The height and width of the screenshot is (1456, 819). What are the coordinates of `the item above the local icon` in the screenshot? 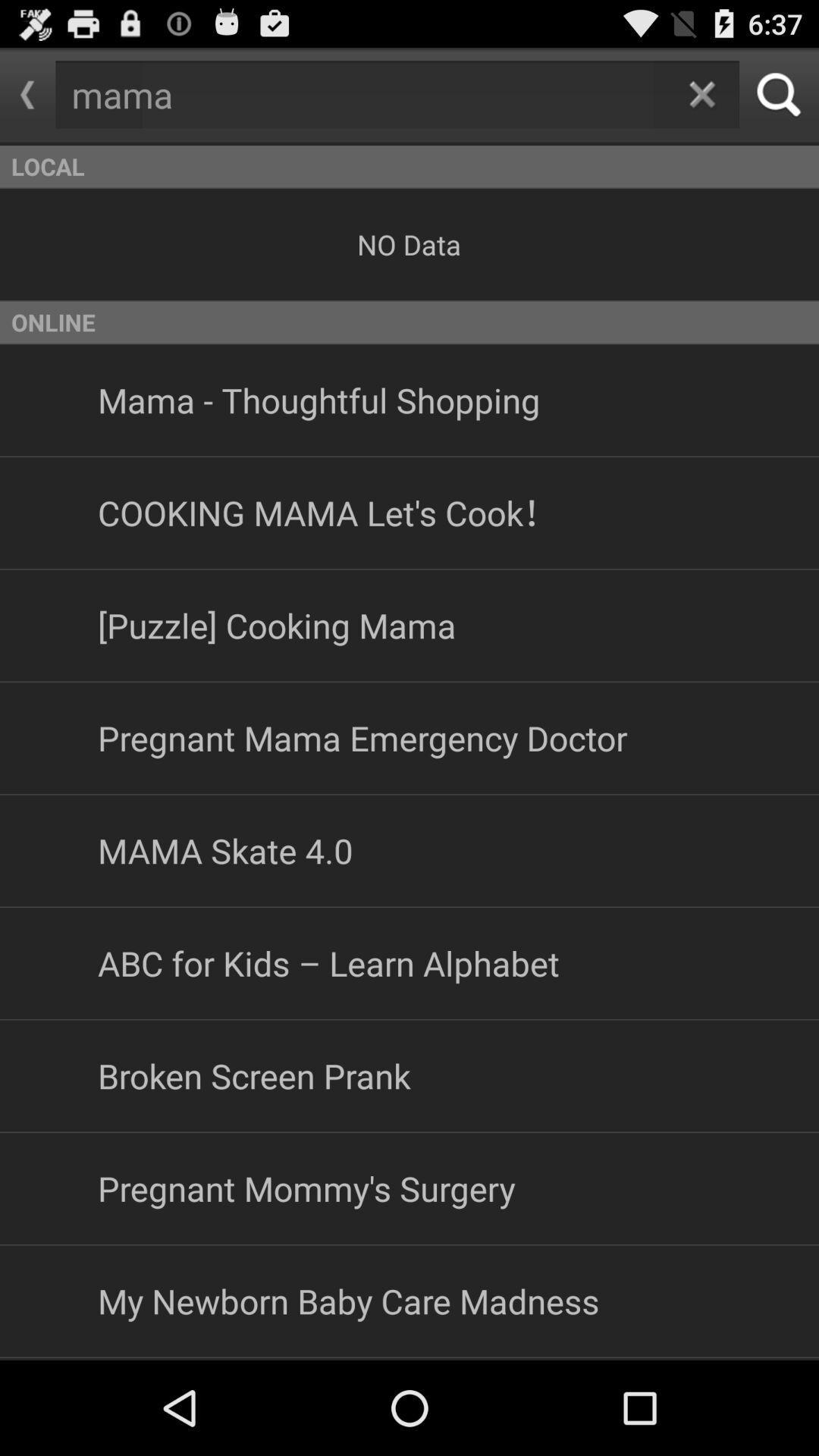 It's located at (701, 93).